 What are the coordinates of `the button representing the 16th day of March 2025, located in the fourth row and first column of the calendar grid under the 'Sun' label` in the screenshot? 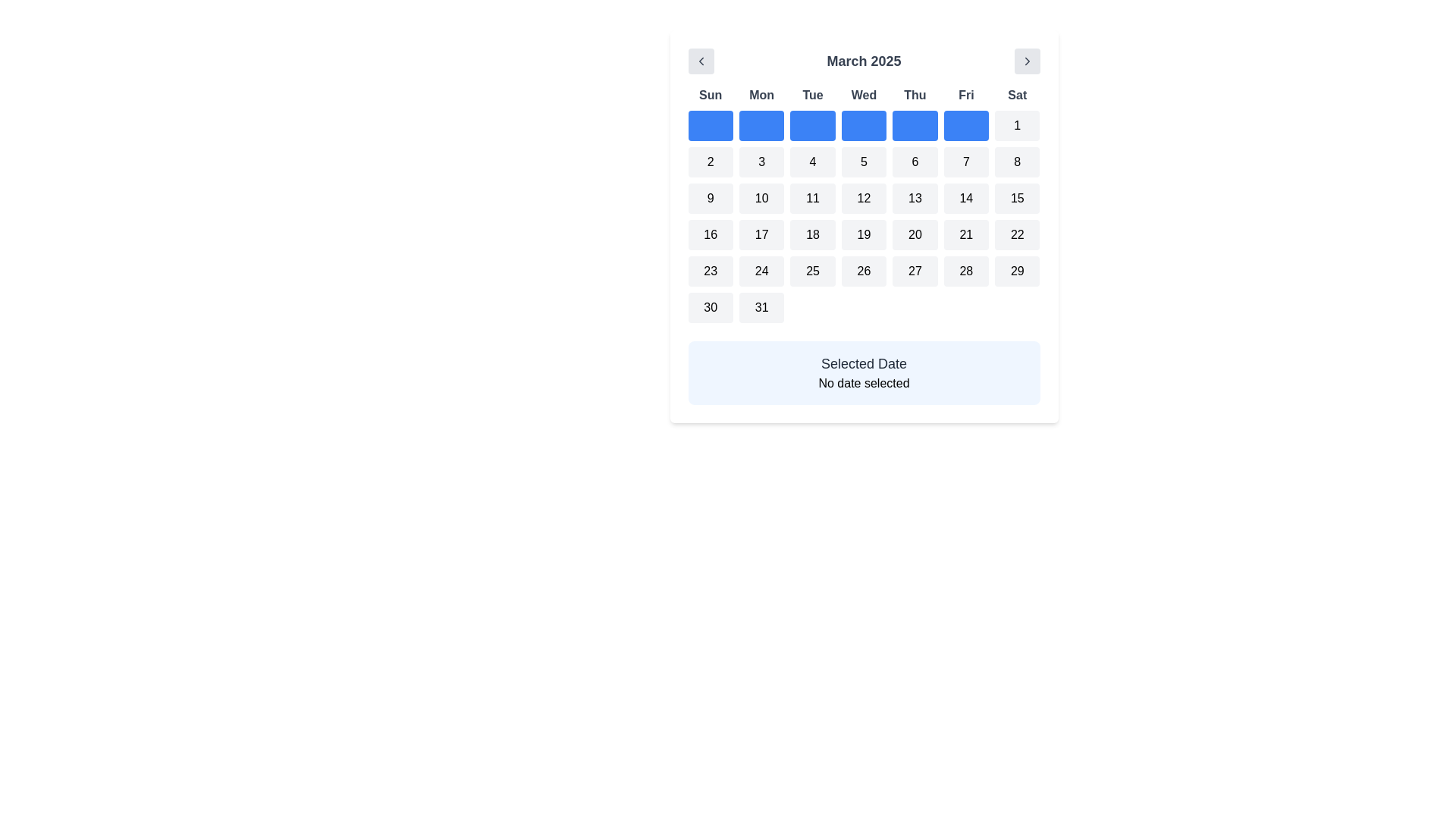 It's located at (710, 234).